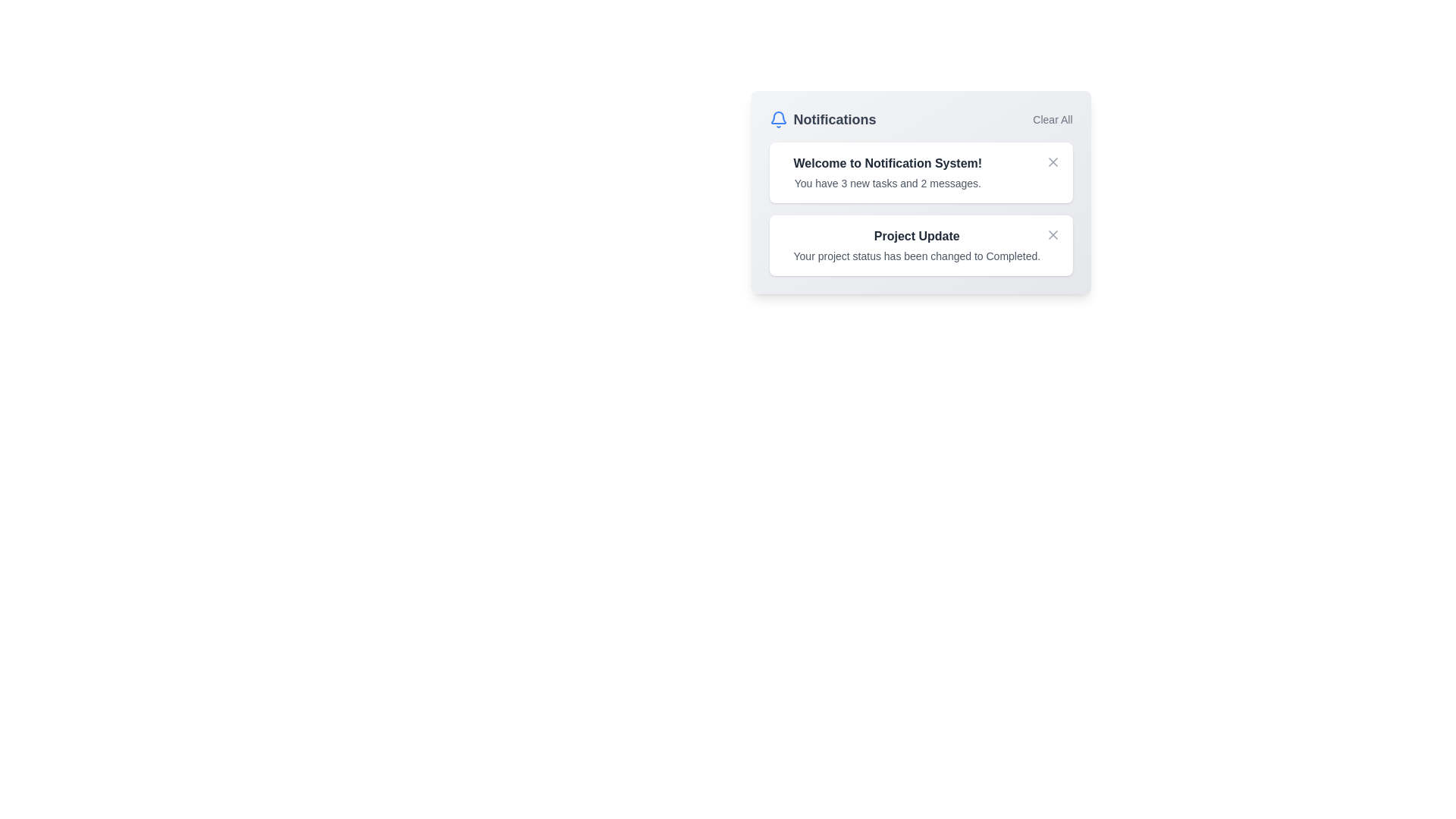  What do you see at coordinates (916, 256) in the screenshot?
I see `the text label that reads 'Your project status has been changed to Completed.' which is located below the 'Project Update' title in the second notification block` at bounding box center [916, 256].